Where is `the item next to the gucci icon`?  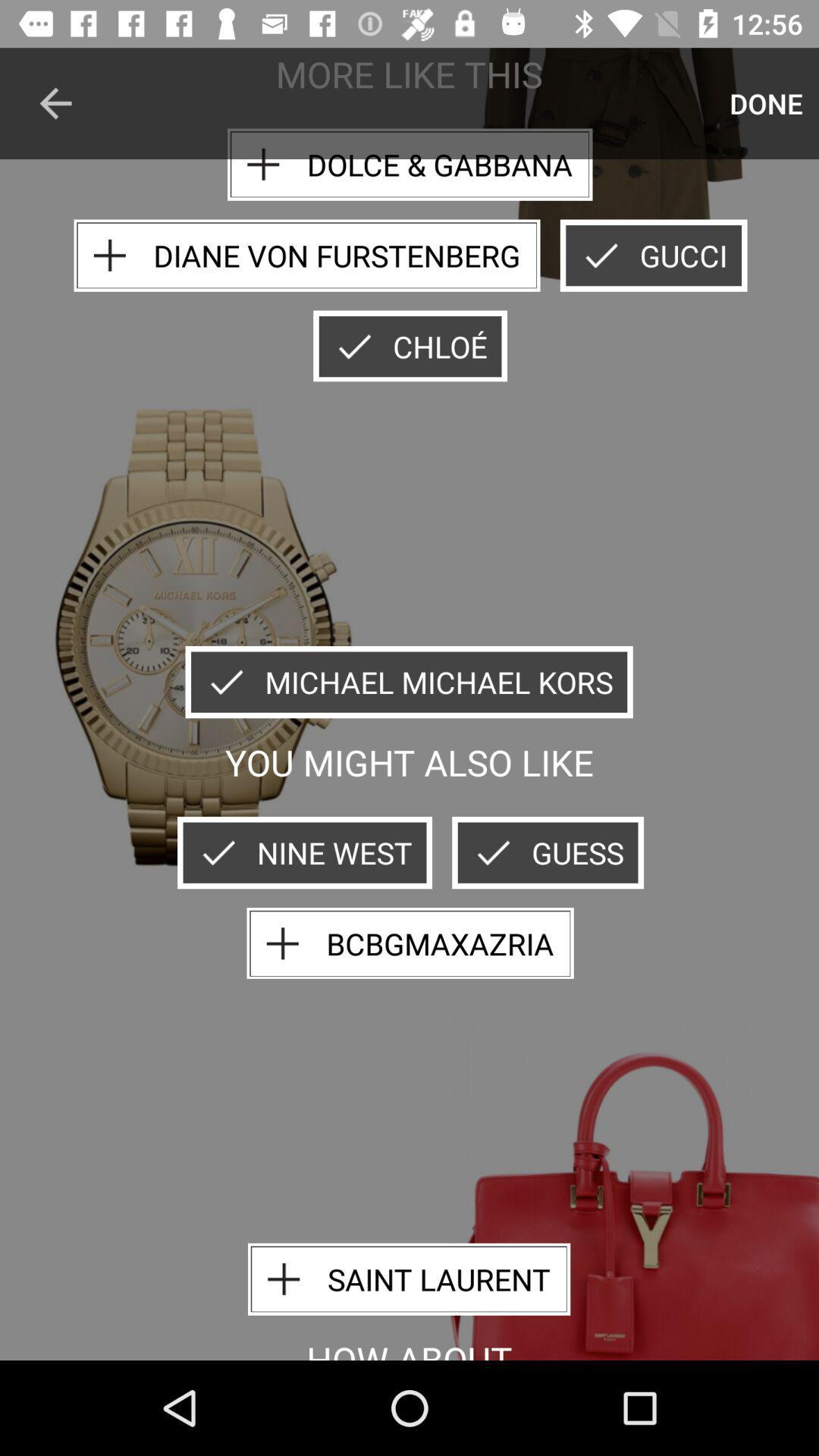
the item next to the gucci icon is located at coordinates (307, 256).